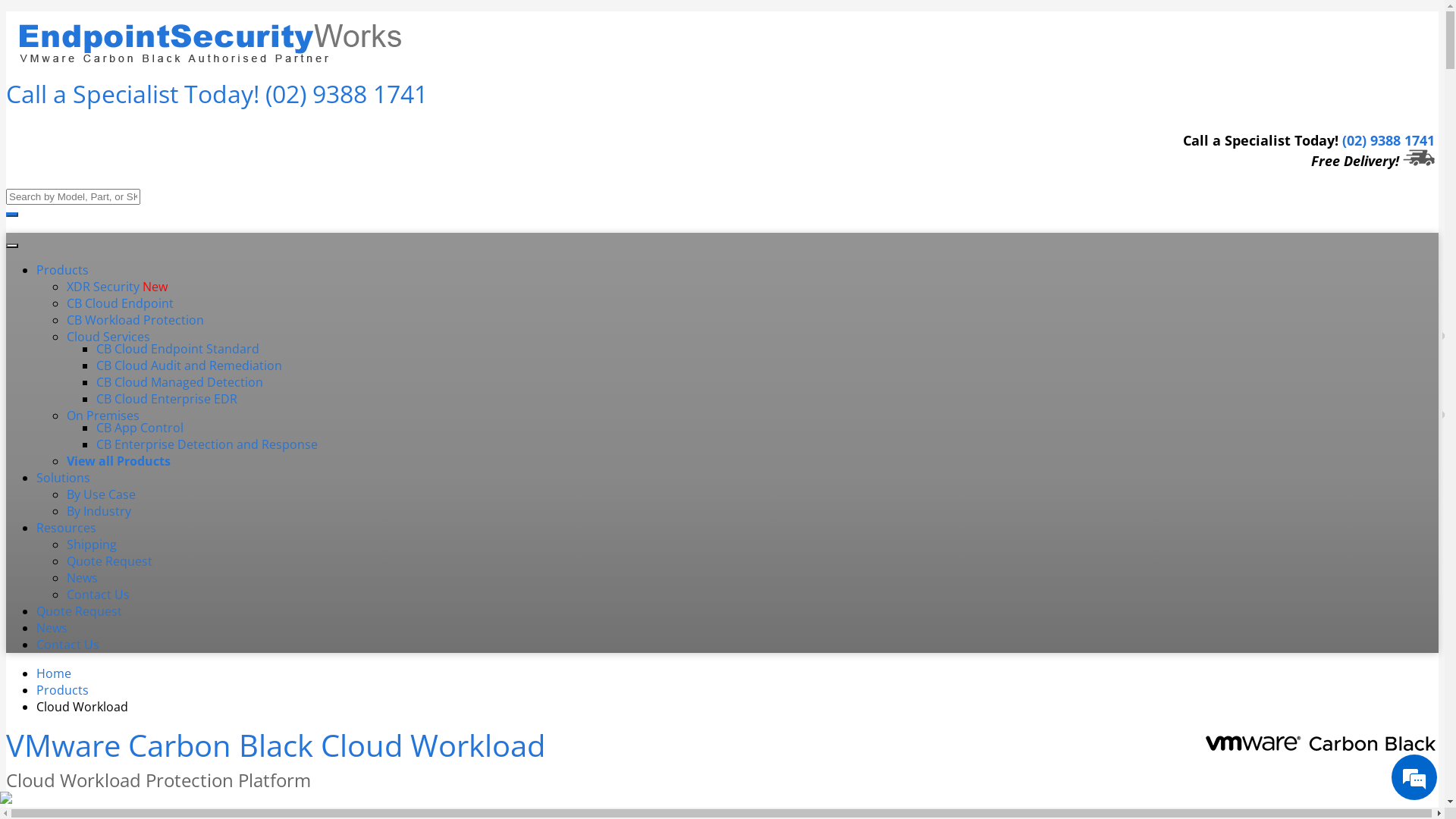 The height and width of the screenshot is (819, 1456). I want to click on 'CB Cloud Endpoint', so click(119, 303).